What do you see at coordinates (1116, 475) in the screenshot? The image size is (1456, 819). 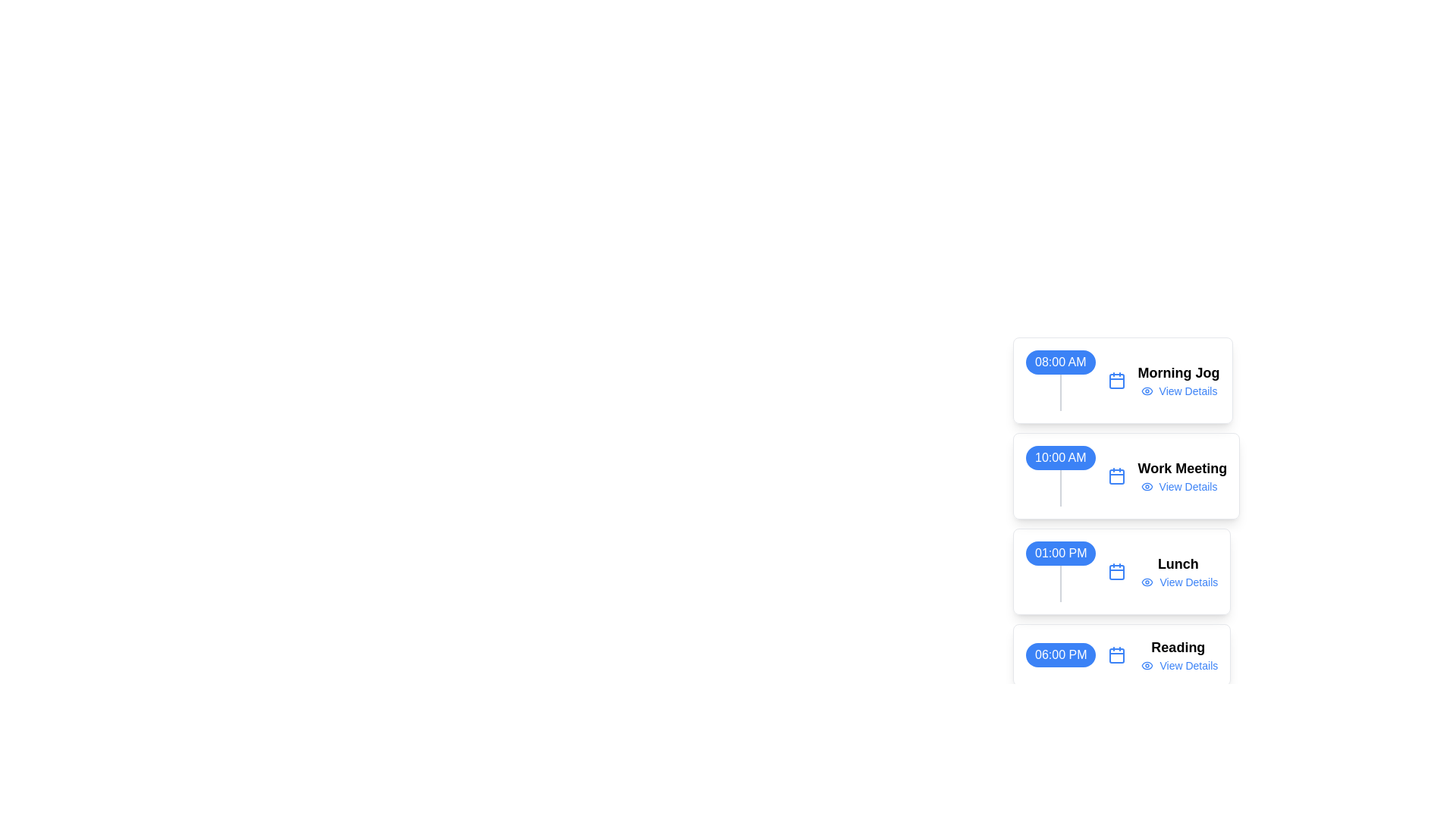 I see `the central calendar icon, which is a small rectangular graphic with rounded corners, to access details about the event` at bounding box center [1116, 475].